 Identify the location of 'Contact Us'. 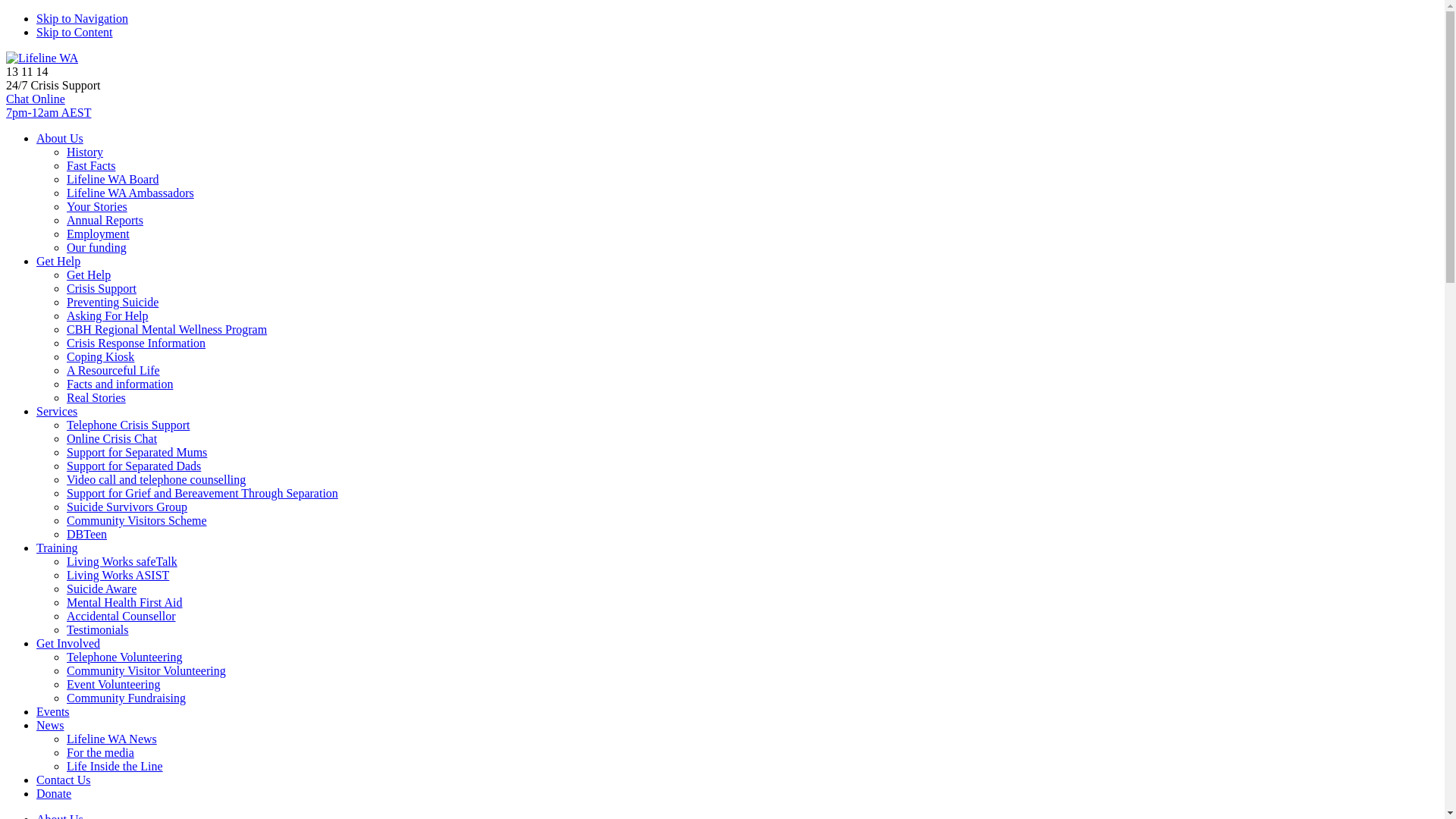
(62, 780).